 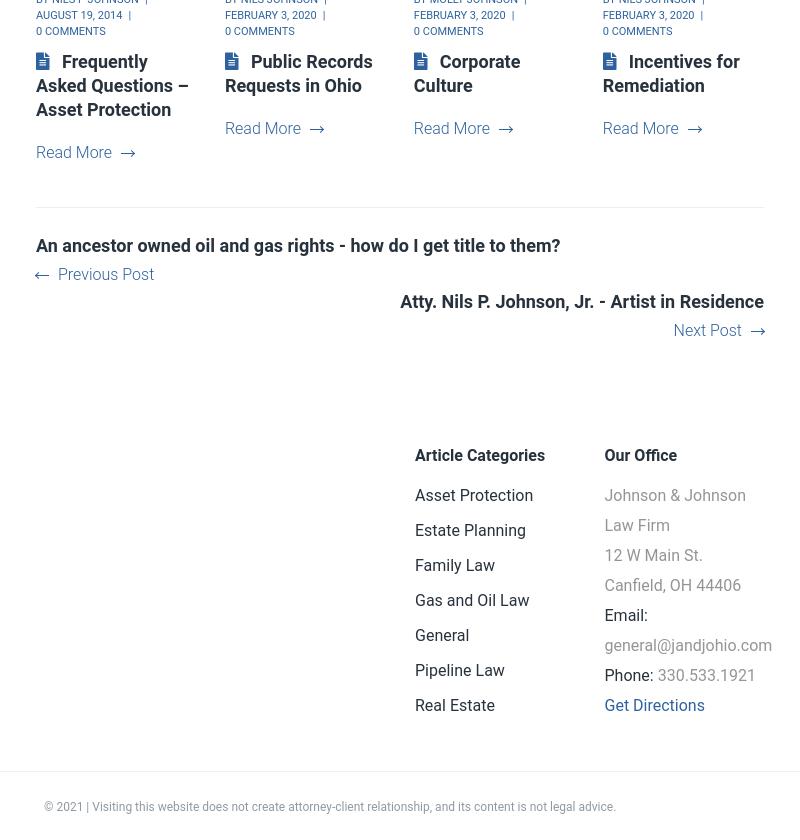 What do you see at coordinates (35, 85) in the screenshot?
I see `'Frequently Asked Questions – Asset Protection'` at bounding box center [35, 85].